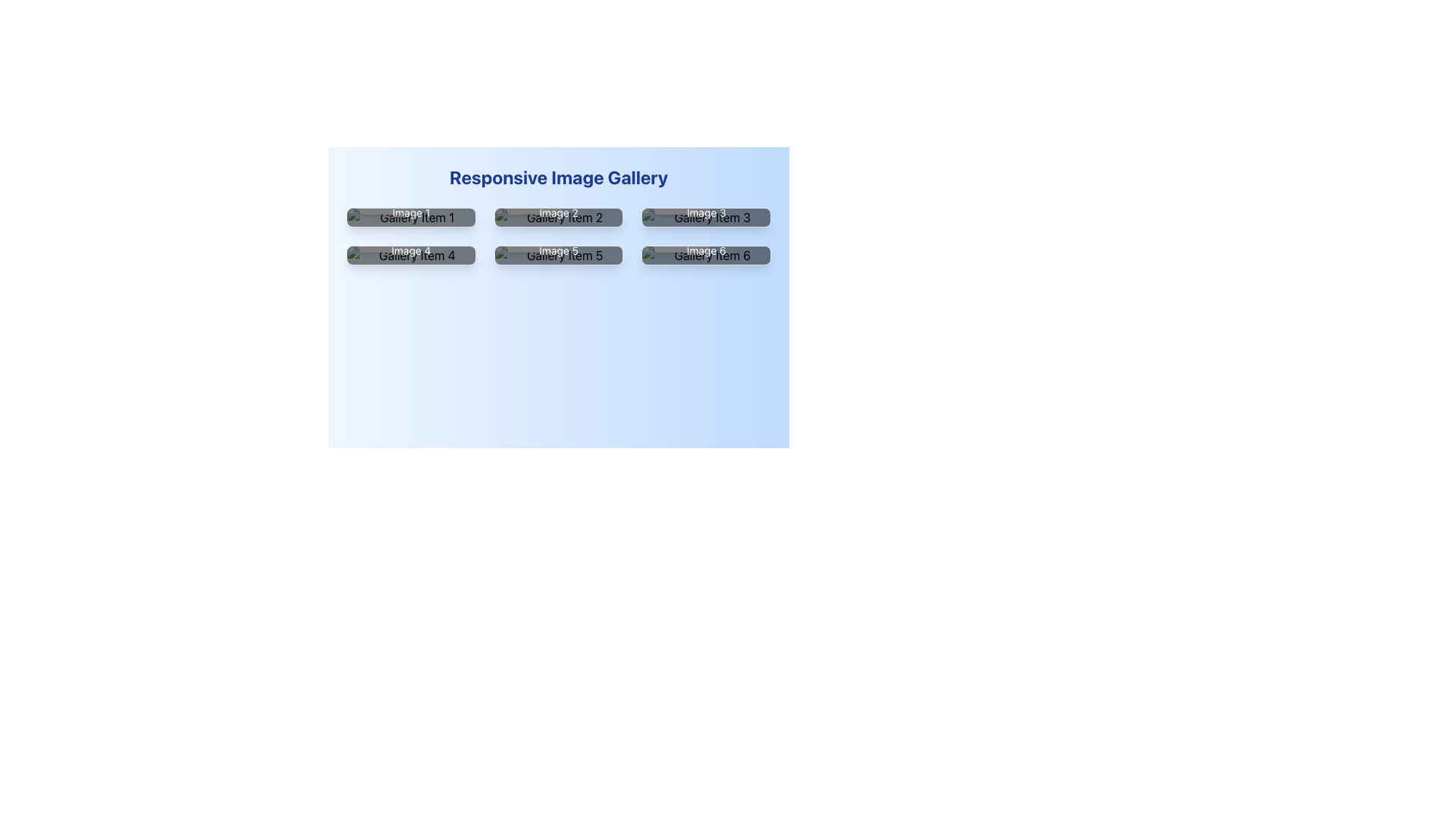 The width and height of the screenshot is (1456, 819). Describe the element at coordinates (557, 254) in the screenshot. I see `the thumbnail image for the fifth gallery item located in the bottom-center cell of a 2x3 grid layout` at that location.